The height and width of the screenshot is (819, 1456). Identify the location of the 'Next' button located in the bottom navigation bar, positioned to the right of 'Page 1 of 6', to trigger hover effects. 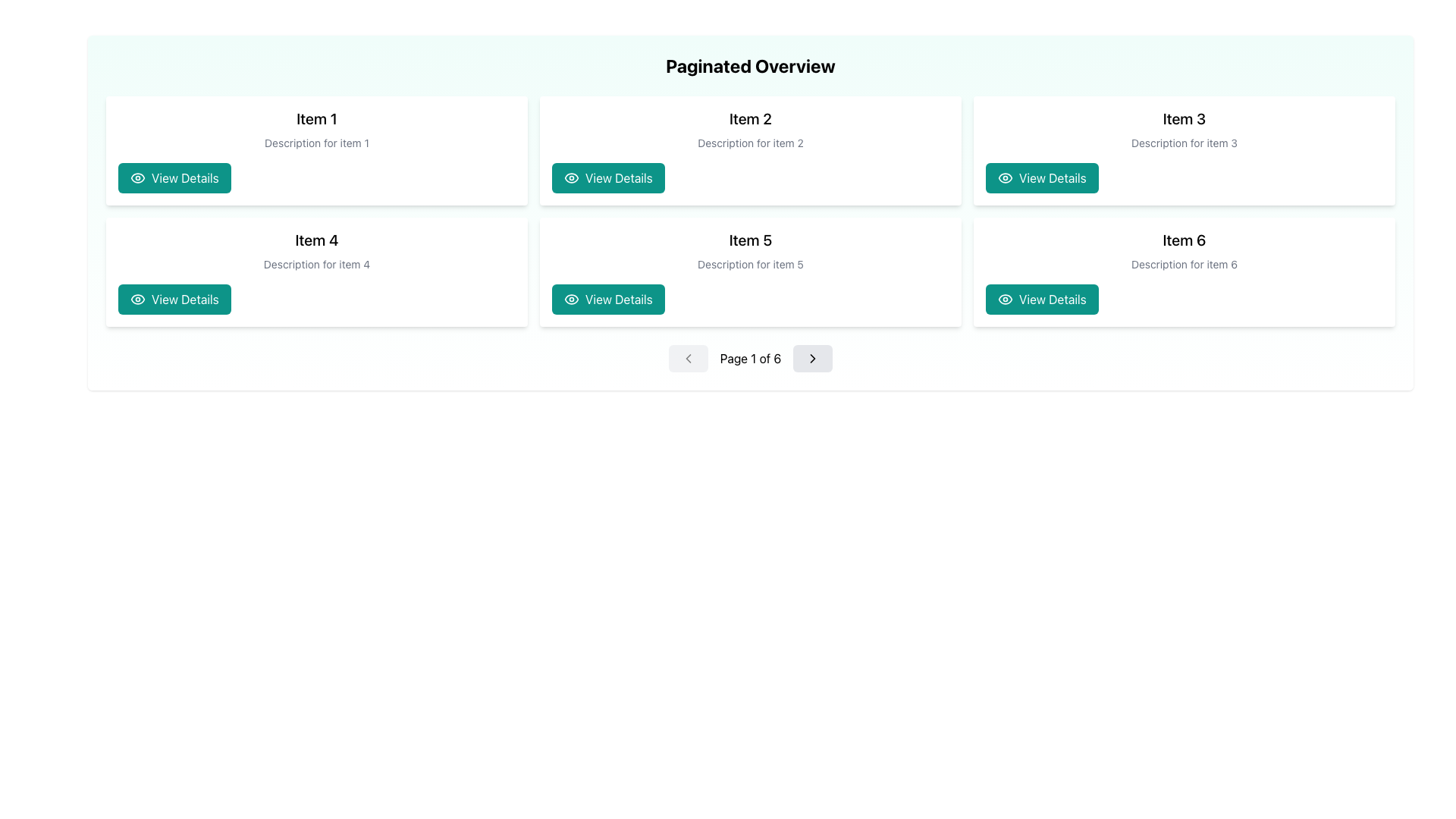
(812, 359).